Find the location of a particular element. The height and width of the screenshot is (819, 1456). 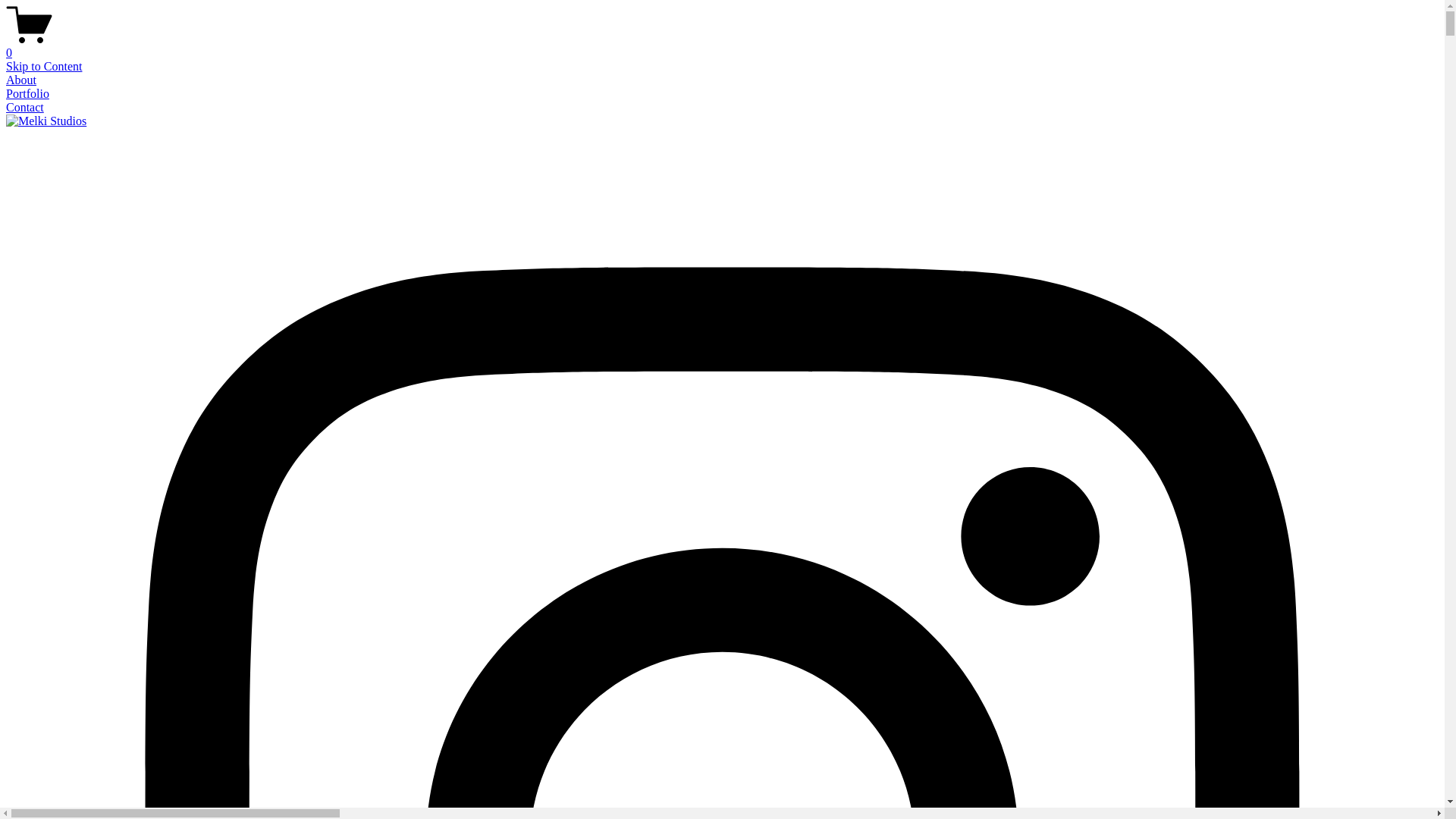

'Contact' is located at coordinates (25, 106).